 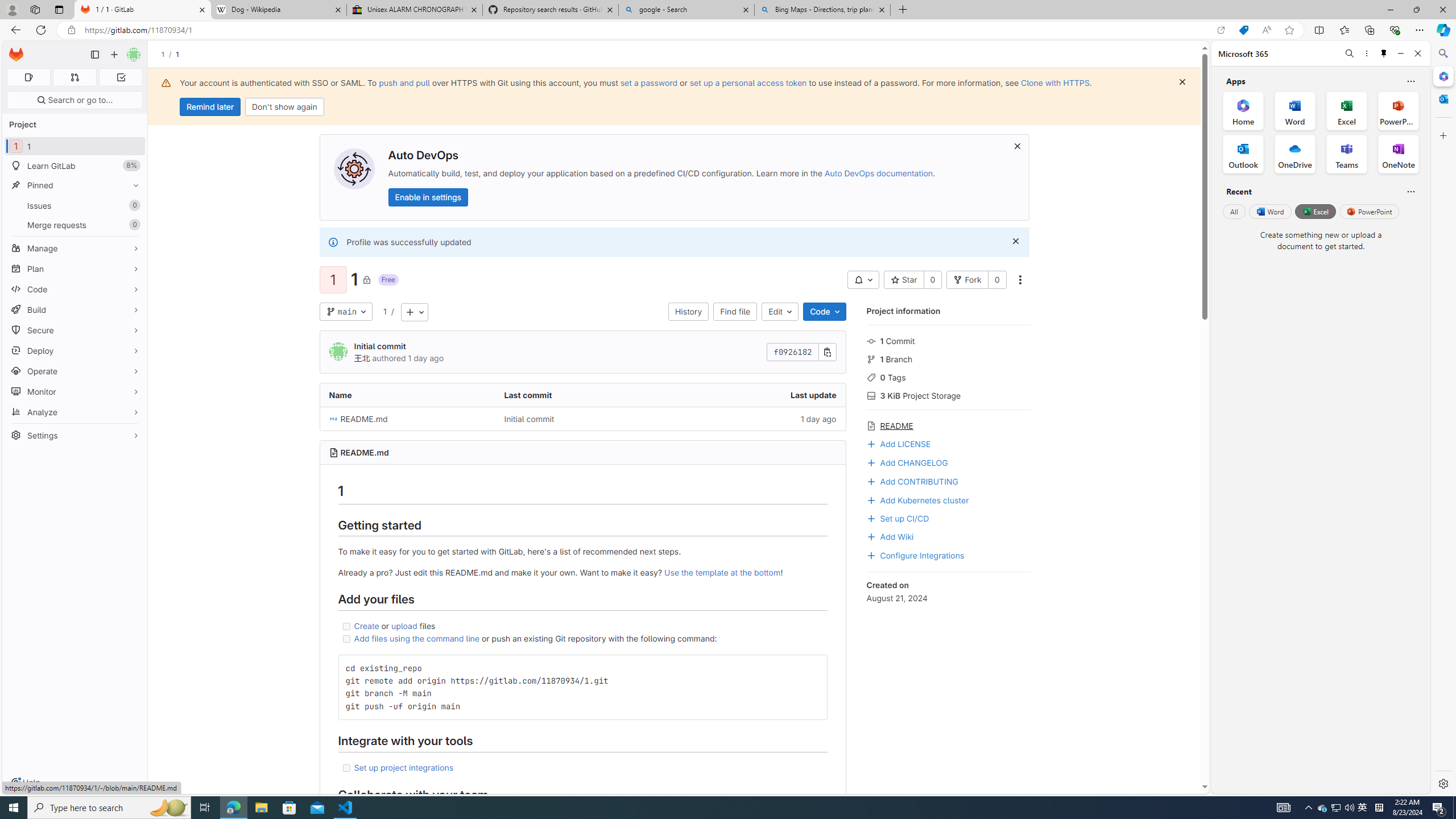 I want to click on 'Class: tree-item', so click(x=582, y=418).